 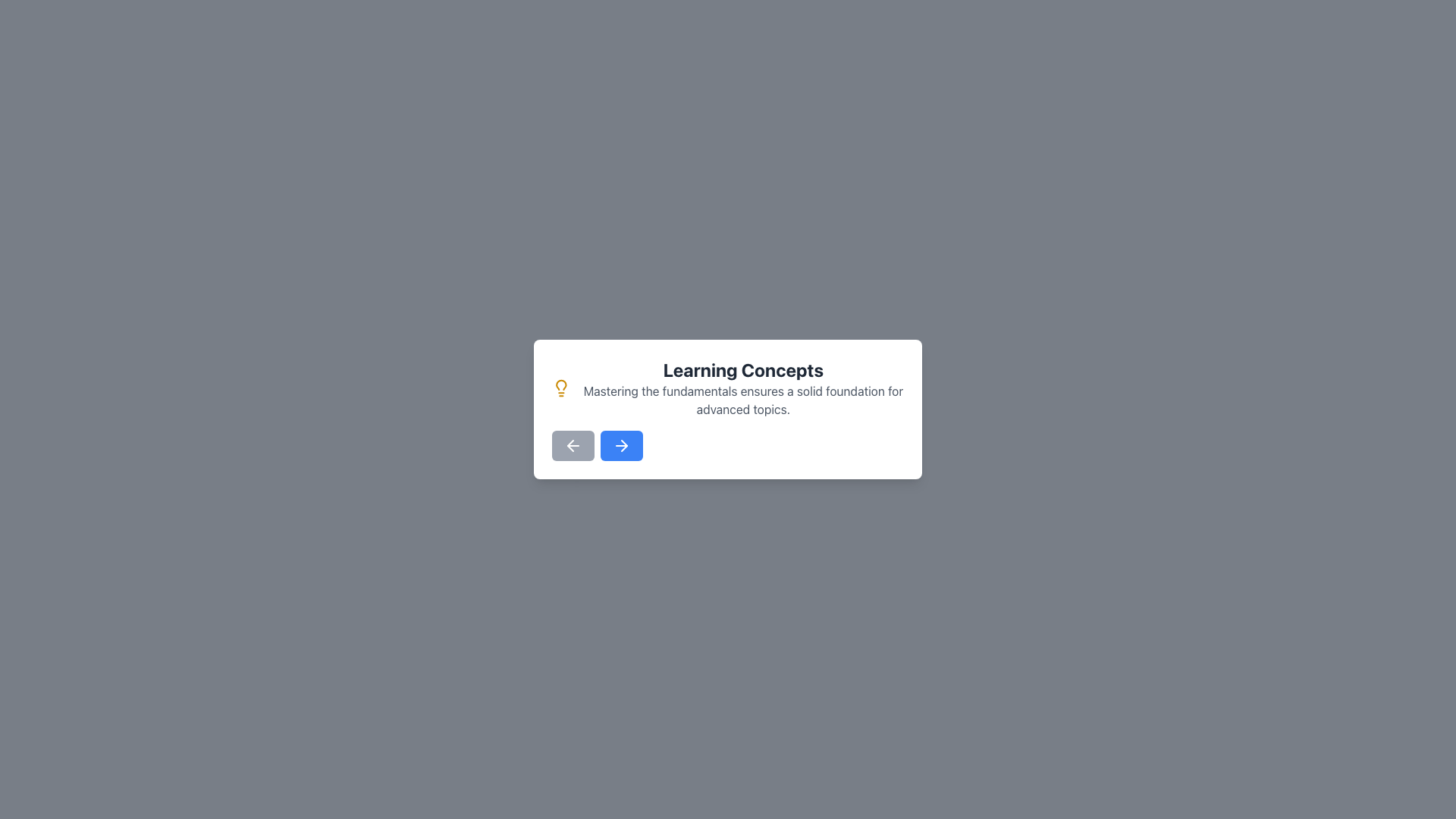 What do you see at coordinates (728, 388) in the screenshot?
I see `the informational header element that displays a heading and a description related to learning concepts for reading` at bounding box center [728, 388].